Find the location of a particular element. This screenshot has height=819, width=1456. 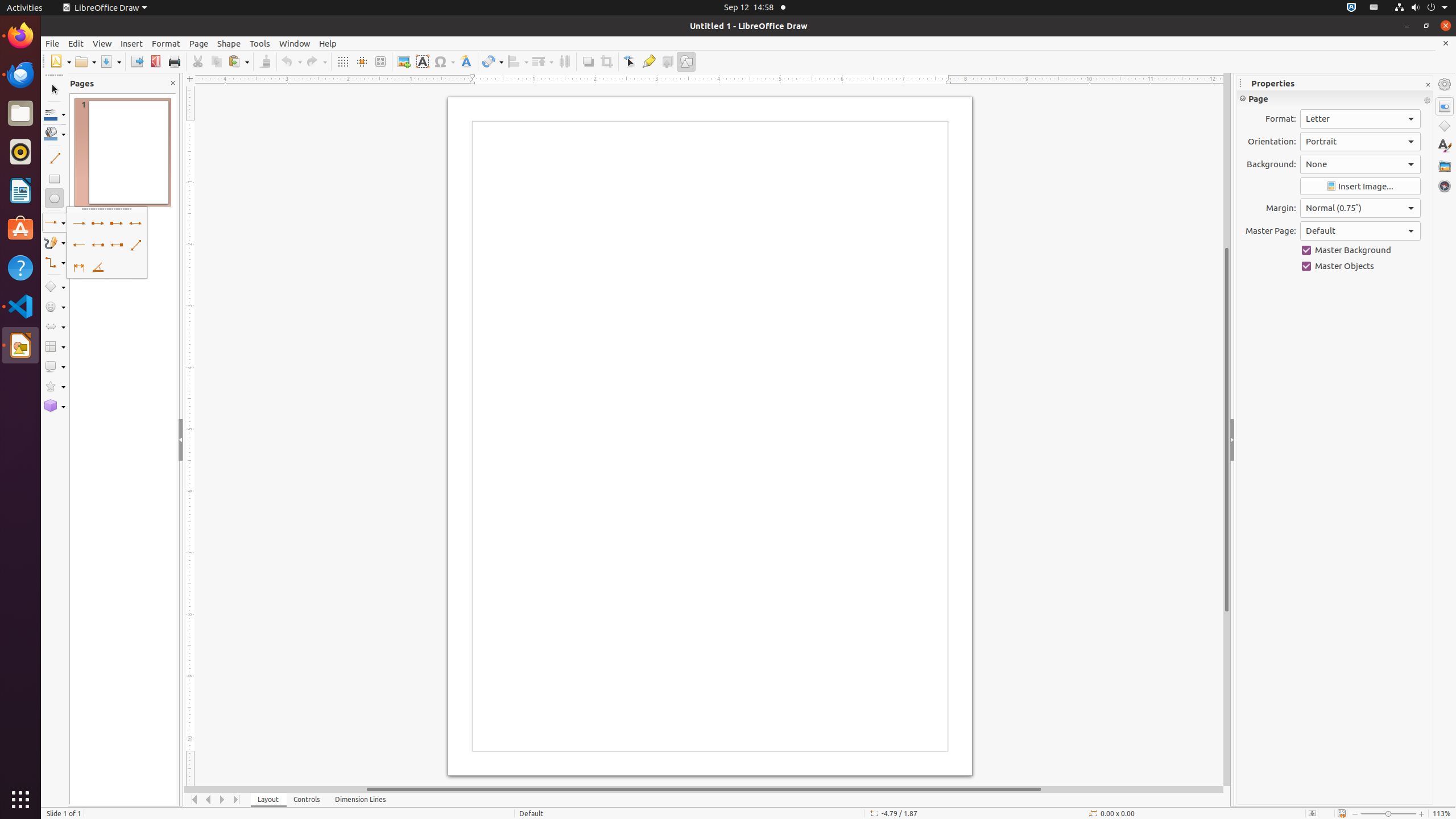

'Horizontal Ruler' is located at coordinates (702, 78).